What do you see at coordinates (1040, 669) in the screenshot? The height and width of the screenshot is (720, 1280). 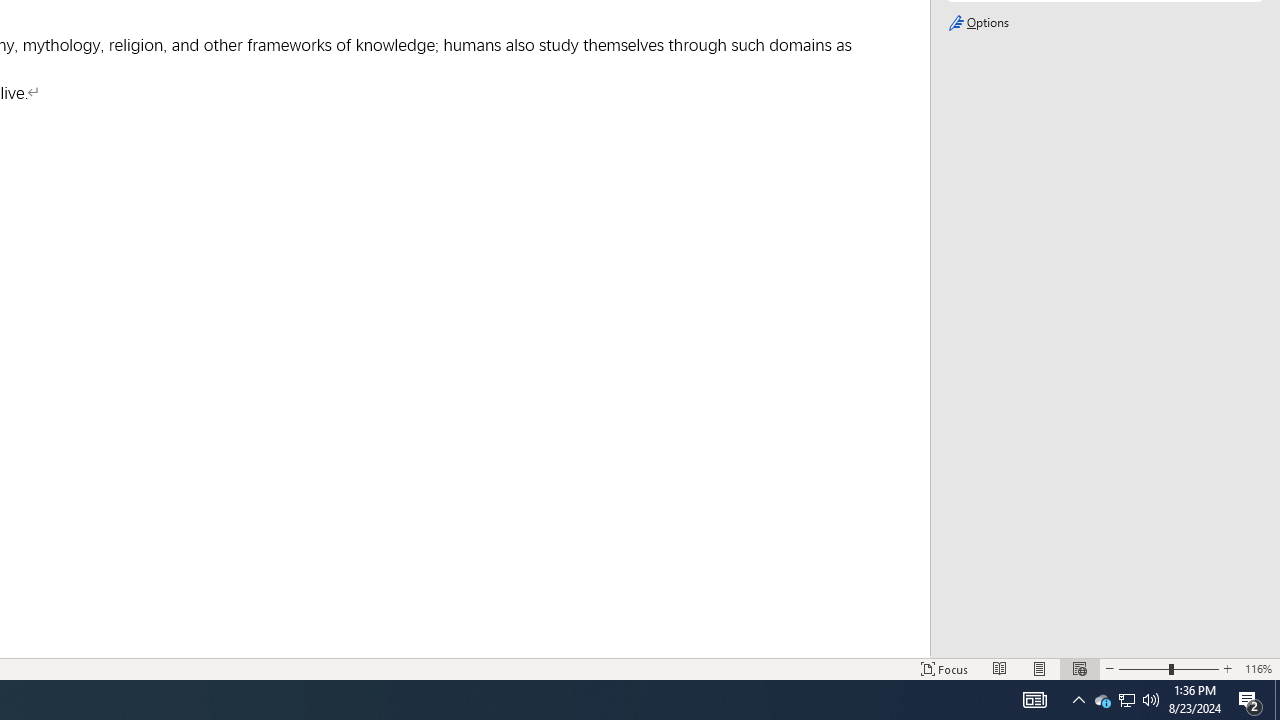 I see `'Print Layout'` at bounding box center [1040, 669].